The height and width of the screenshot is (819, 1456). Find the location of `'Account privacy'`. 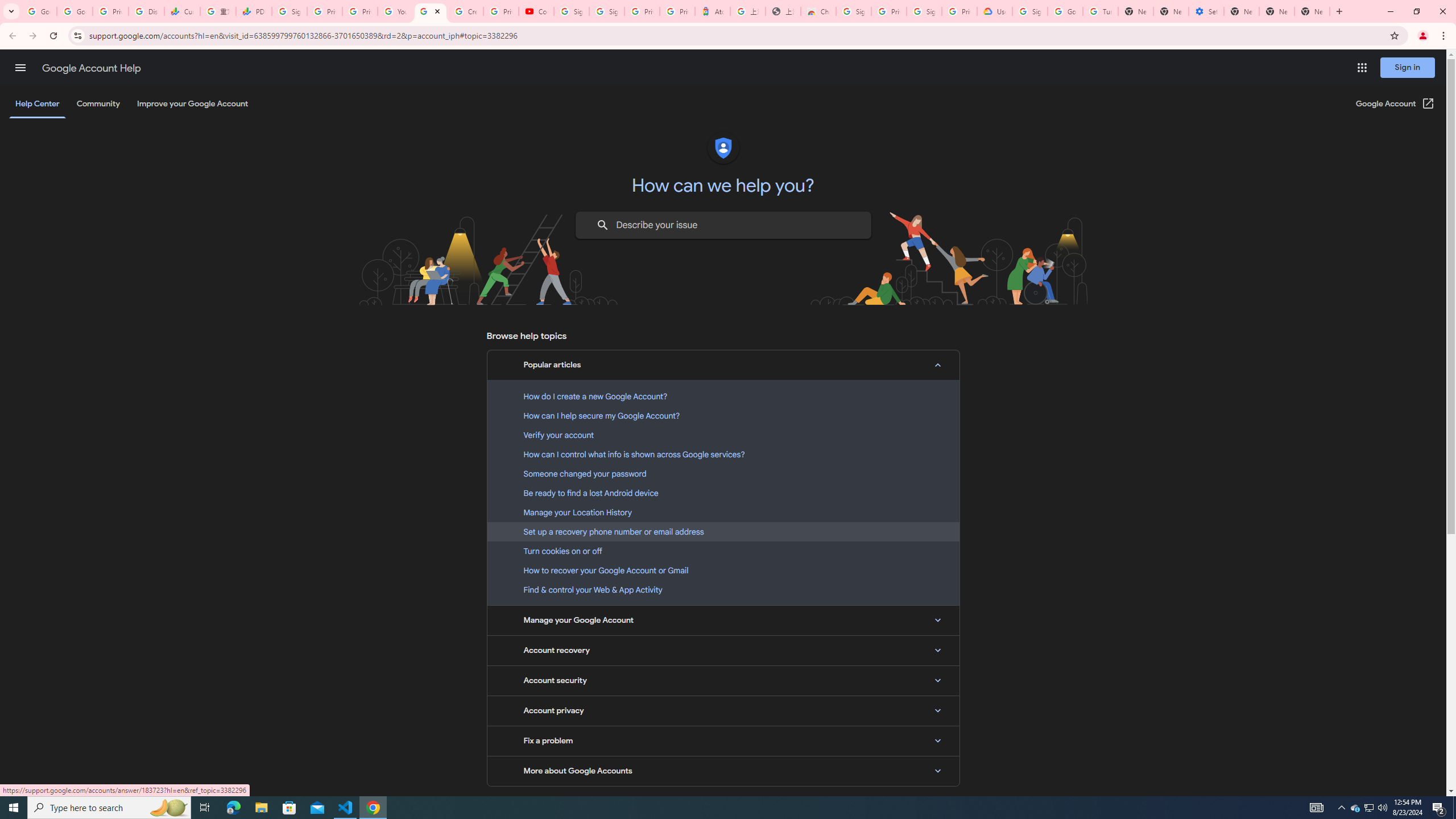

'Account privacy' is located at coordinates (723, 710).